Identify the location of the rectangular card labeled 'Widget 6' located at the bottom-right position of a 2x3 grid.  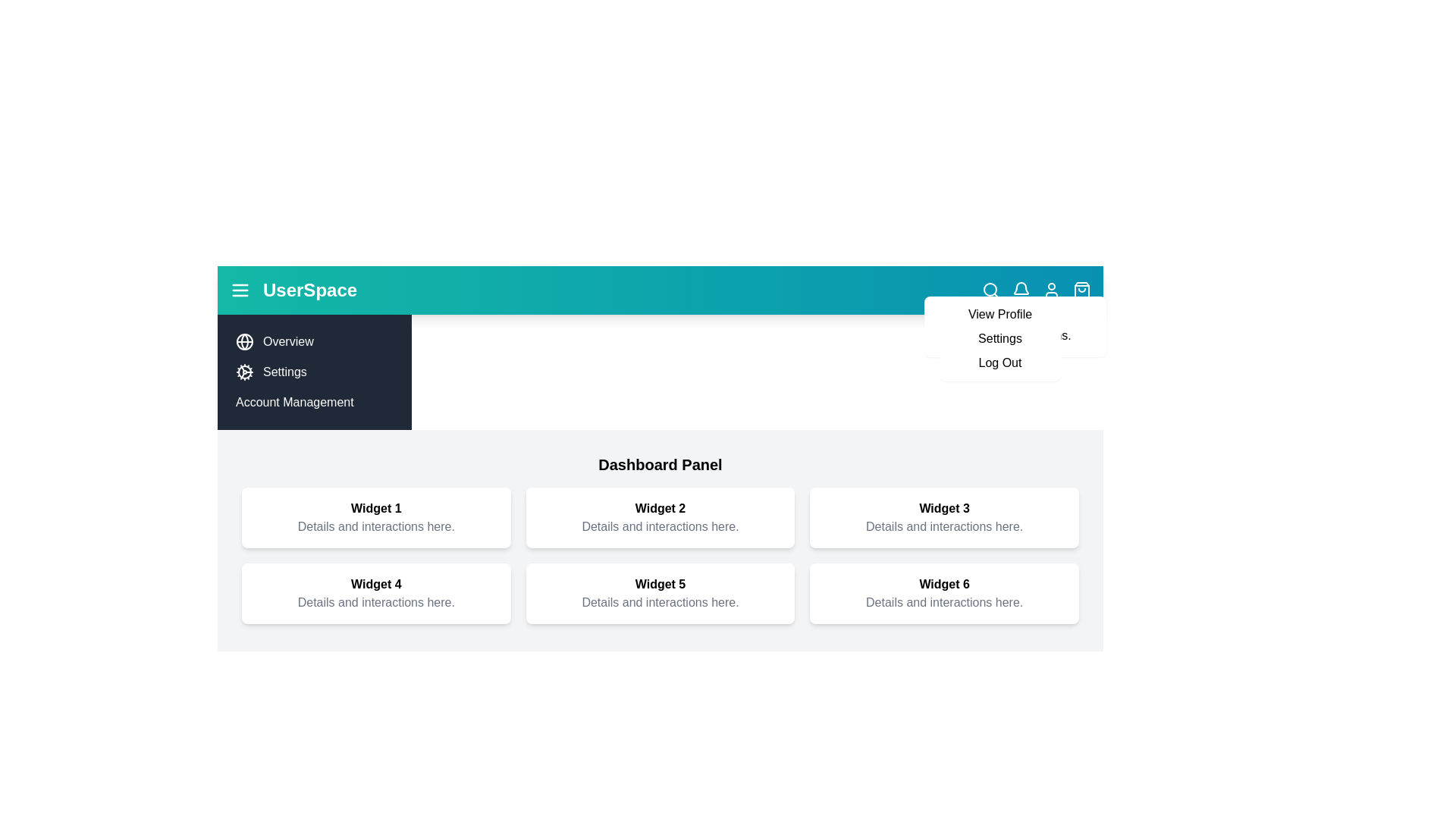
(943, 593).